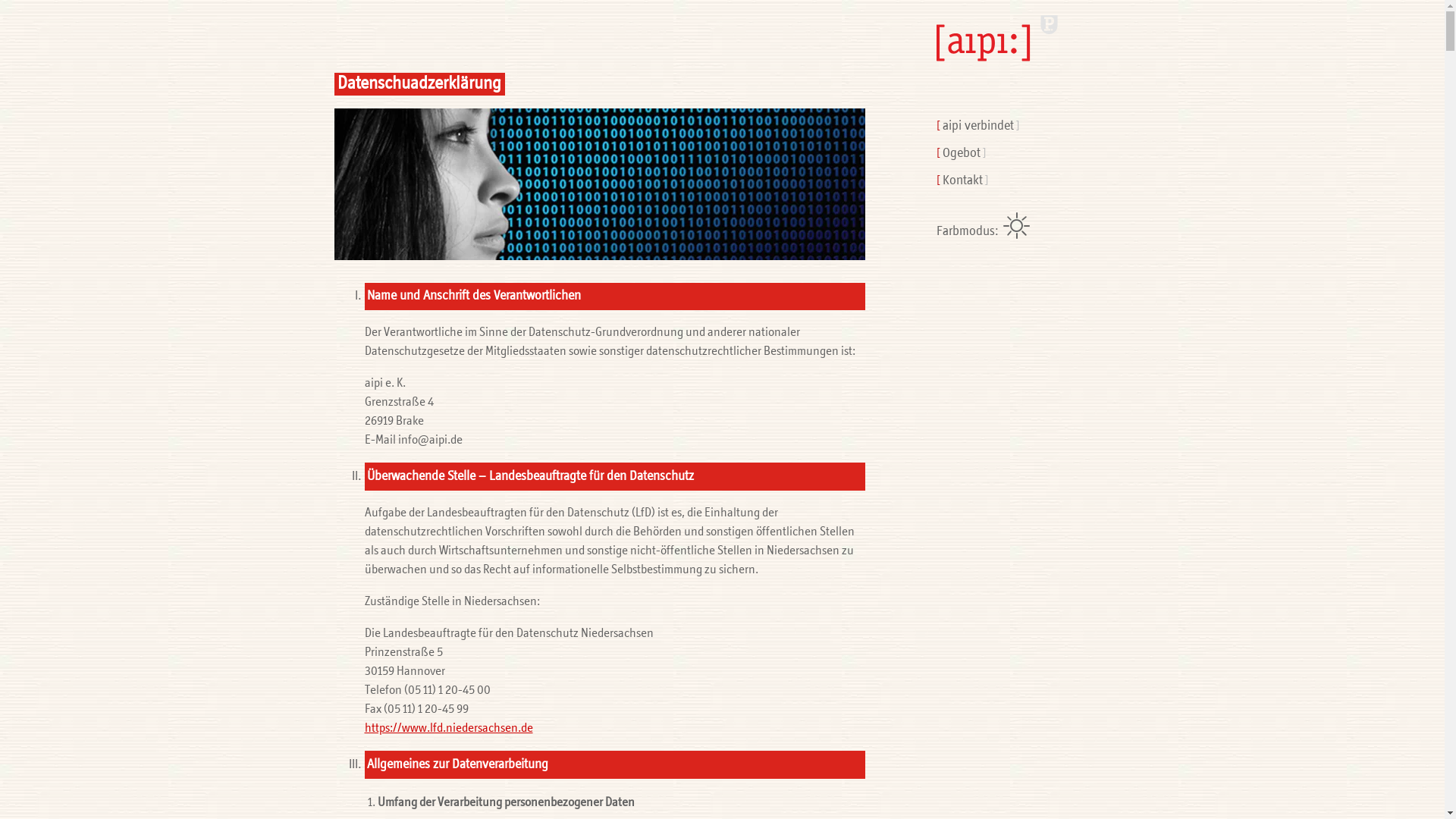  What do you see at coordinates (447, 727) in the screenshot?
I see `'https://www.lfd.niedersachsen.de'` at bounding box center [447, 727].